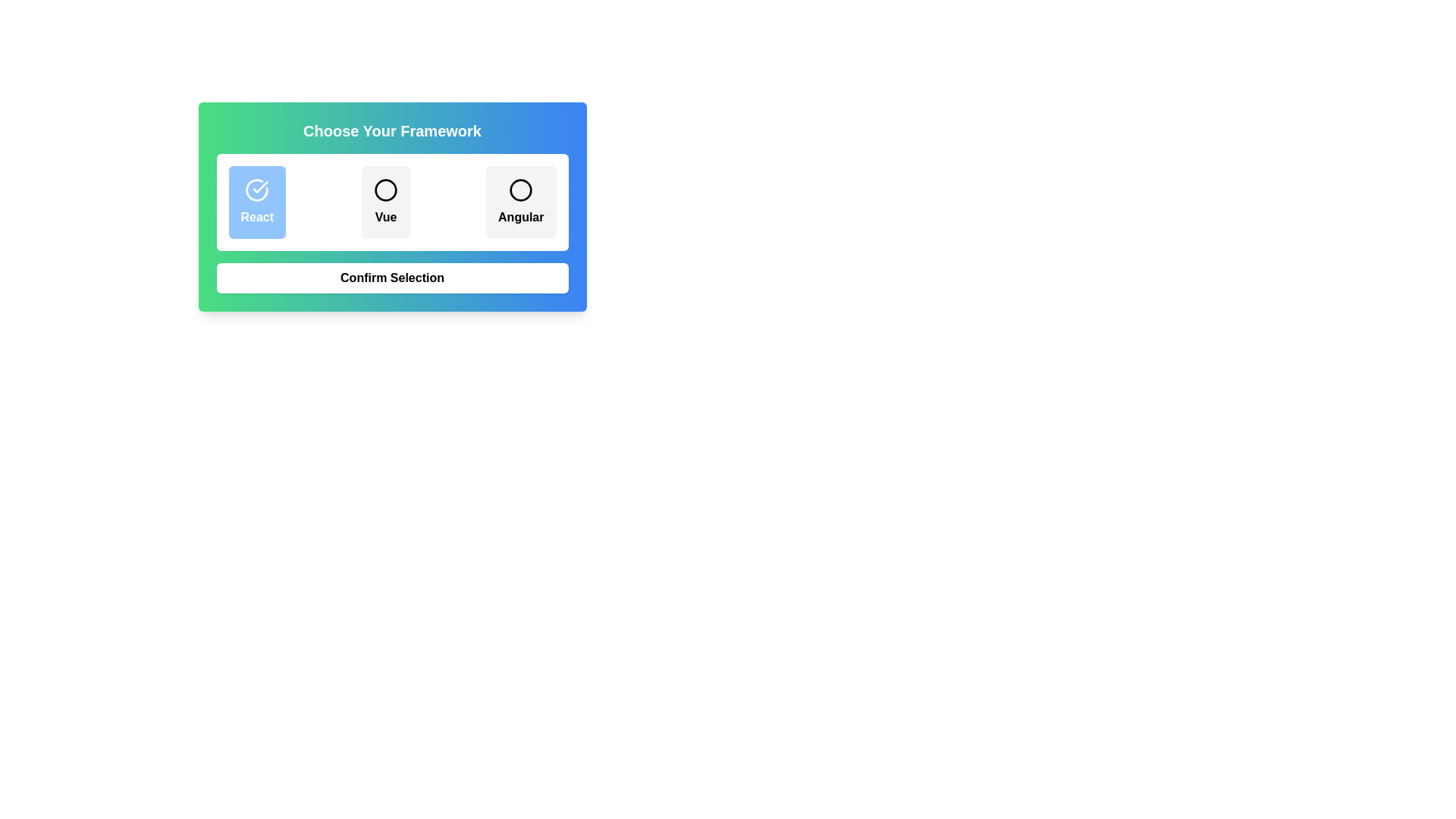 The image size is (1456, 819). Describe the element at coordinates (257, 201) in the screenshot. I see `the rectangular button labeled 'React' with a blue background and white text` at that location.